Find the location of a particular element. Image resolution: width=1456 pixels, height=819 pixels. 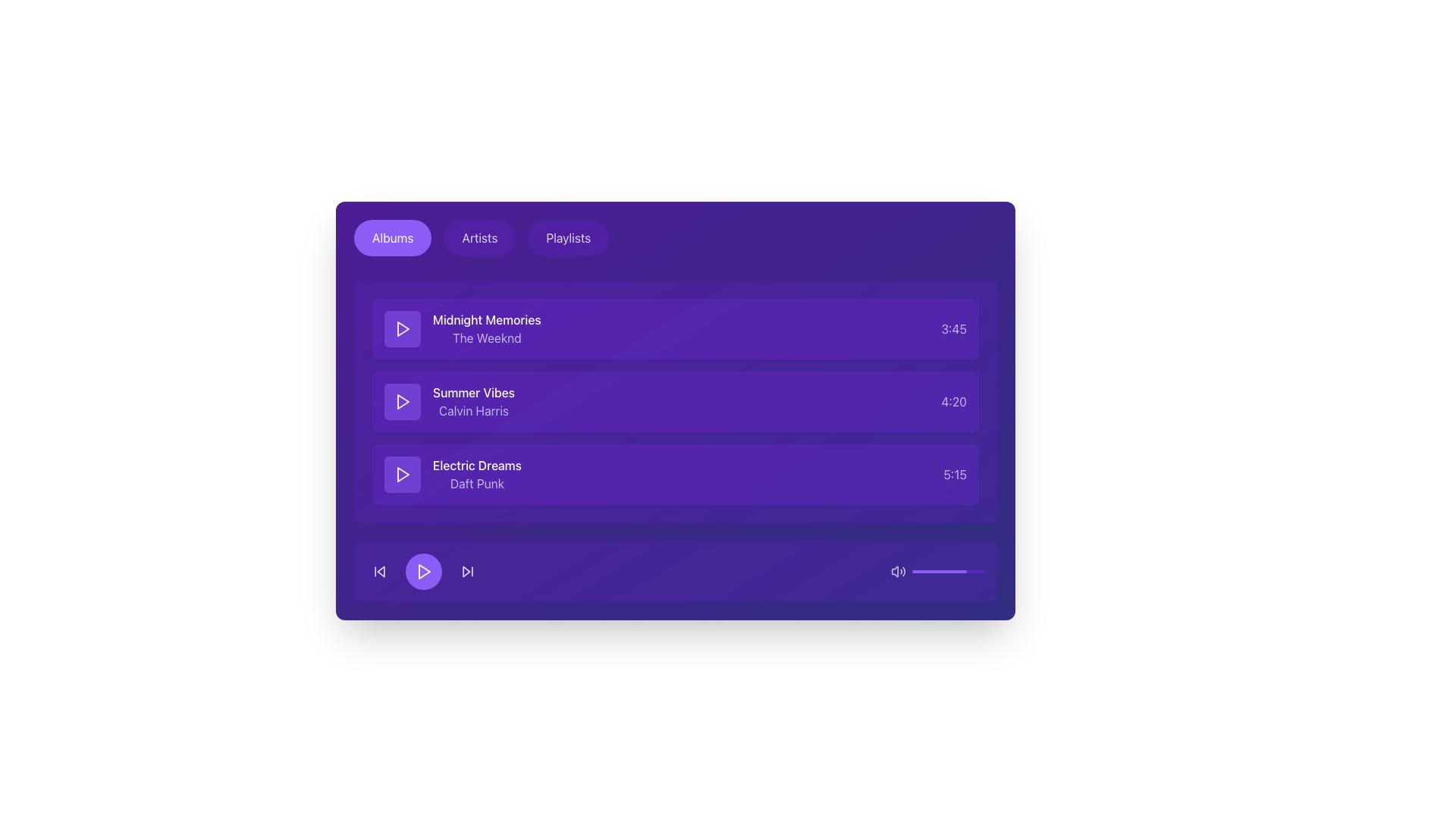

the circular violet button with a white play icon to play the song 'Summer Vibes' by Calvin Harris is located at coordinates (403, 400).